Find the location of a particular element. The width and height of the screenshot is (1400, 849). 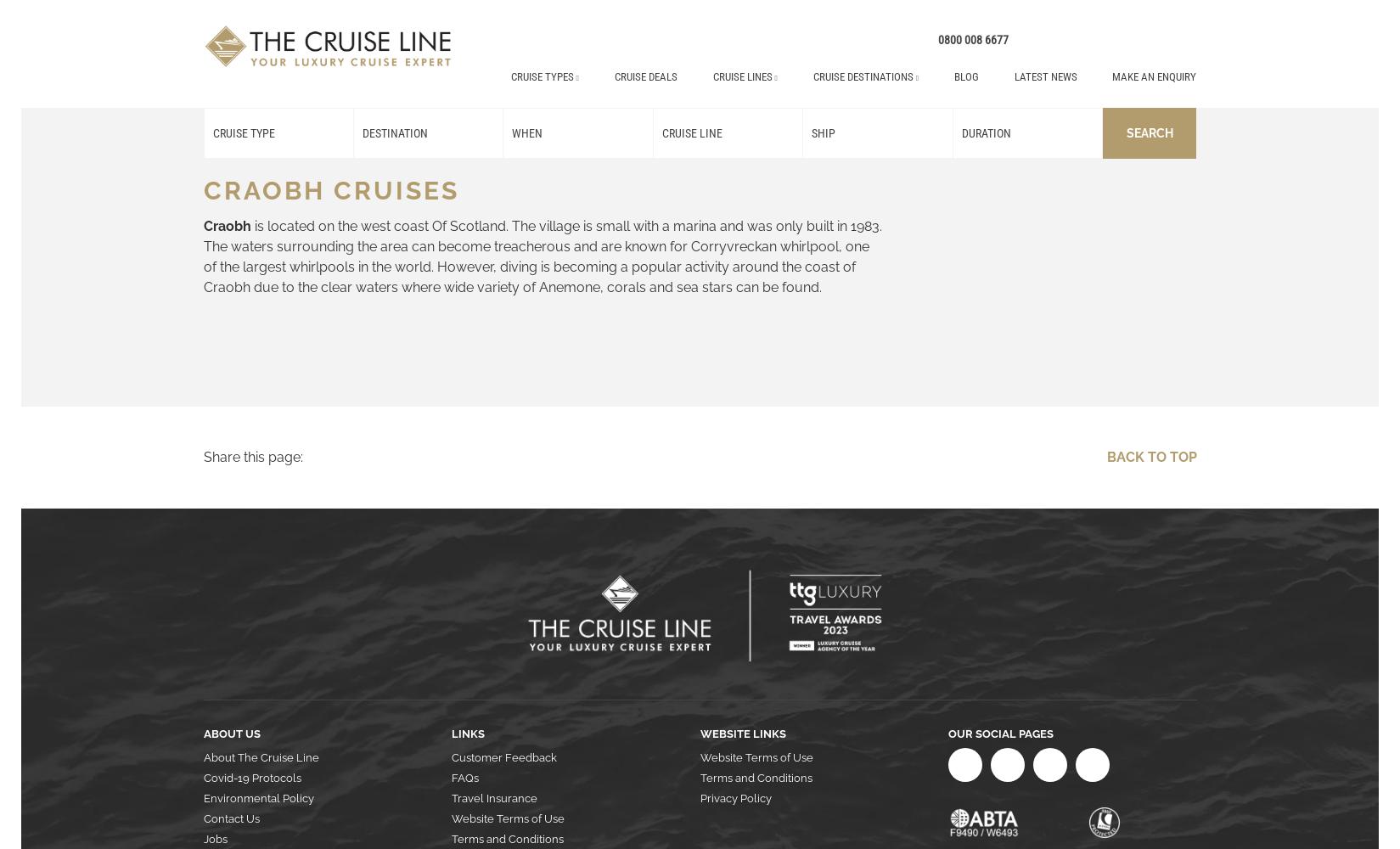

'About Us' is located at coordinates (231, 733).